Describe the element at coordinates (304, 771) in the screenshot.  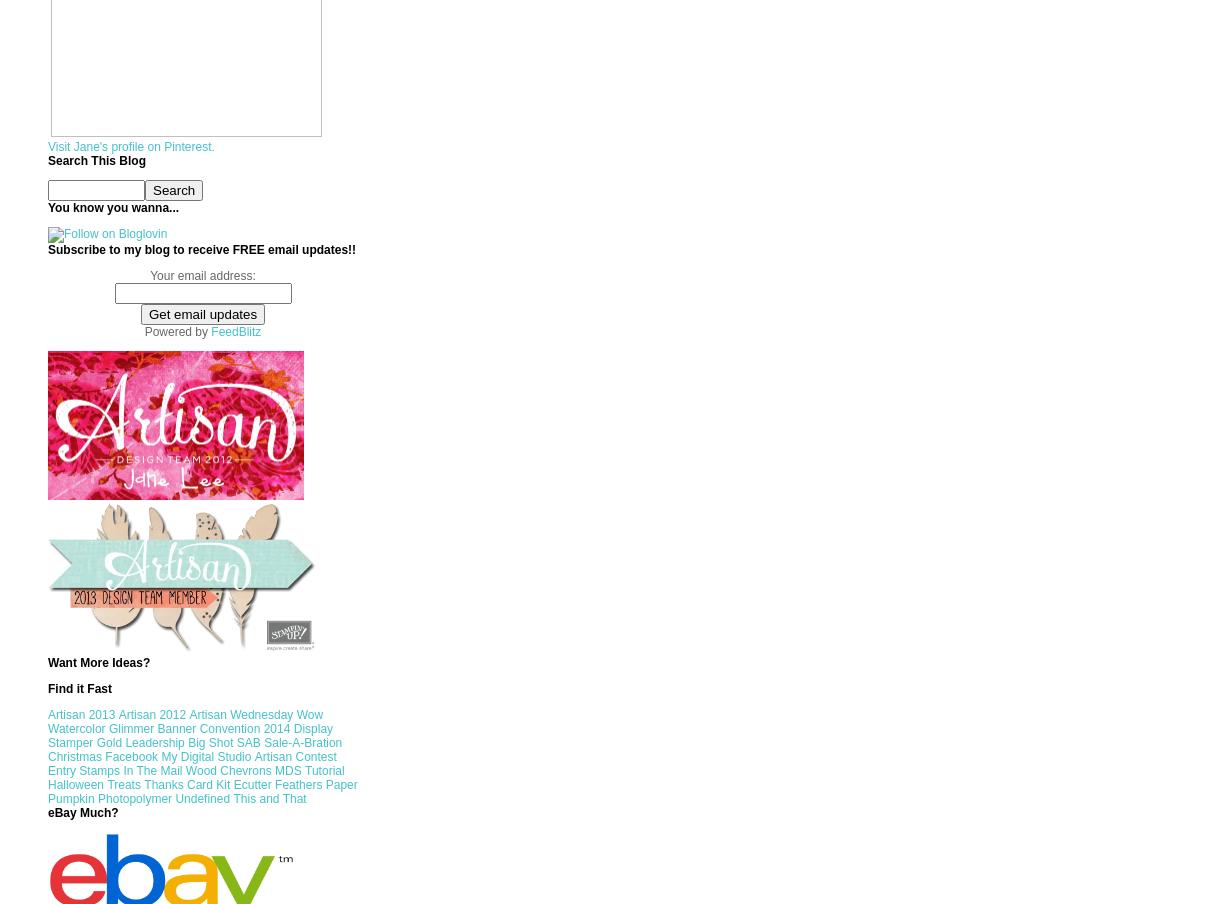
I see `'Tutorial'` at that location.